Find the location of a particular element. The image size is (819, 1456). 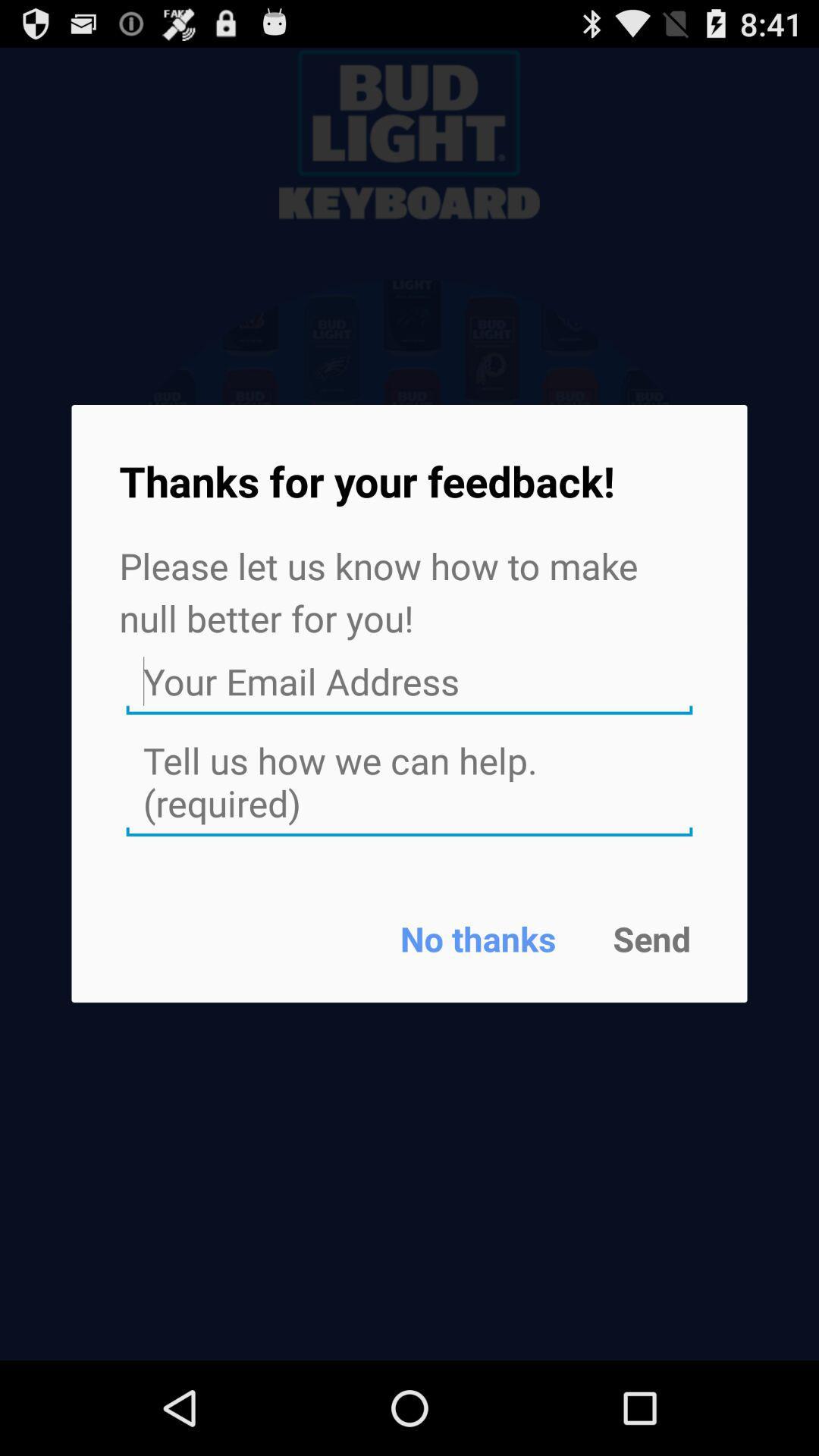

your email adress is located at coordinates (409, 681).